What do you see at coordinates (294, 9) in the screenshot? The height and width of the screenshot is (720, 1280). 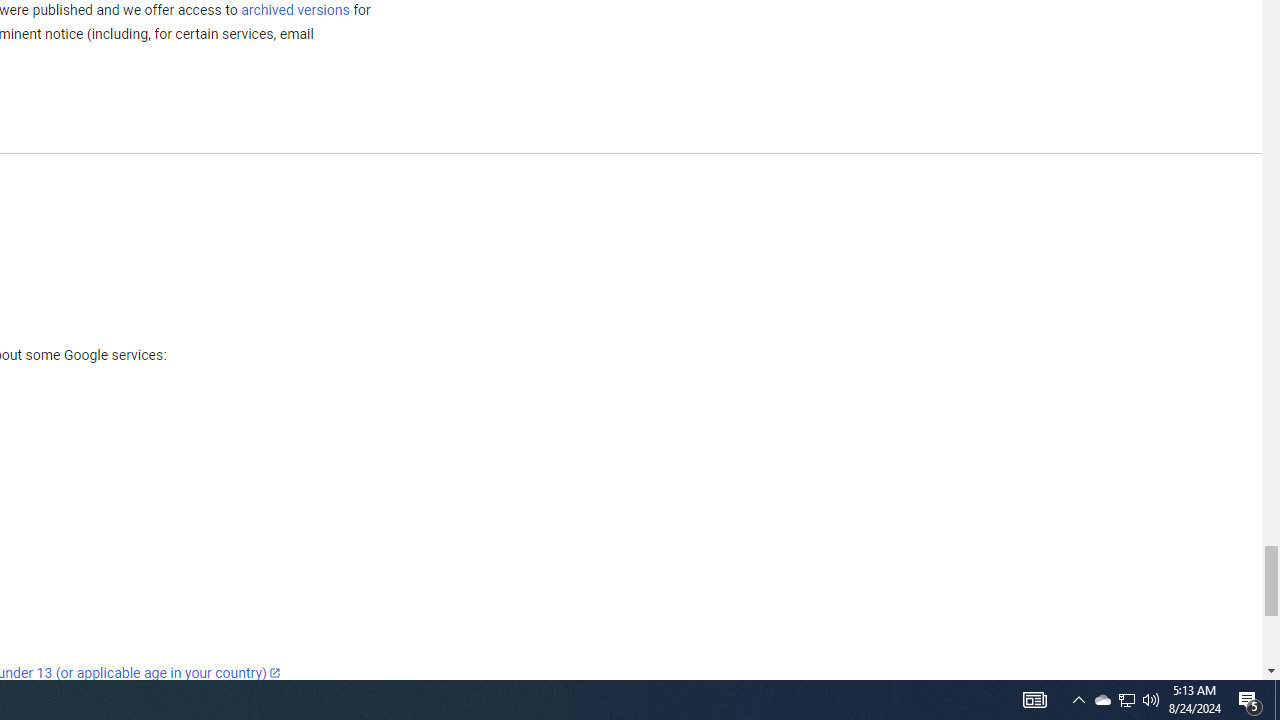 I see `'archived versions'` at bounding box center [294, 9].